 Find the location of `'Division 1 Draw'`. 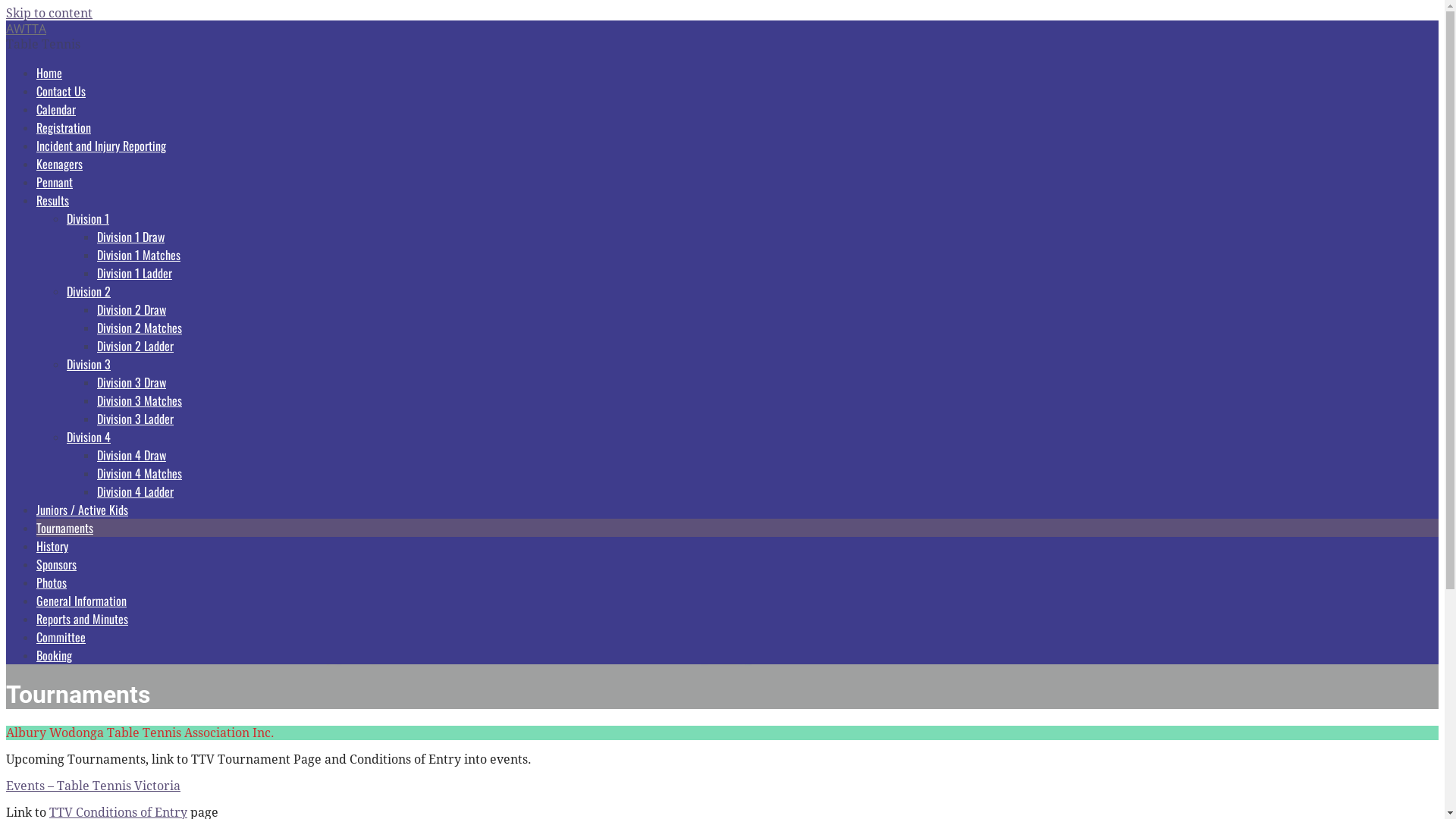

'Division 1 Draw' is located at coordinates (130, 237).